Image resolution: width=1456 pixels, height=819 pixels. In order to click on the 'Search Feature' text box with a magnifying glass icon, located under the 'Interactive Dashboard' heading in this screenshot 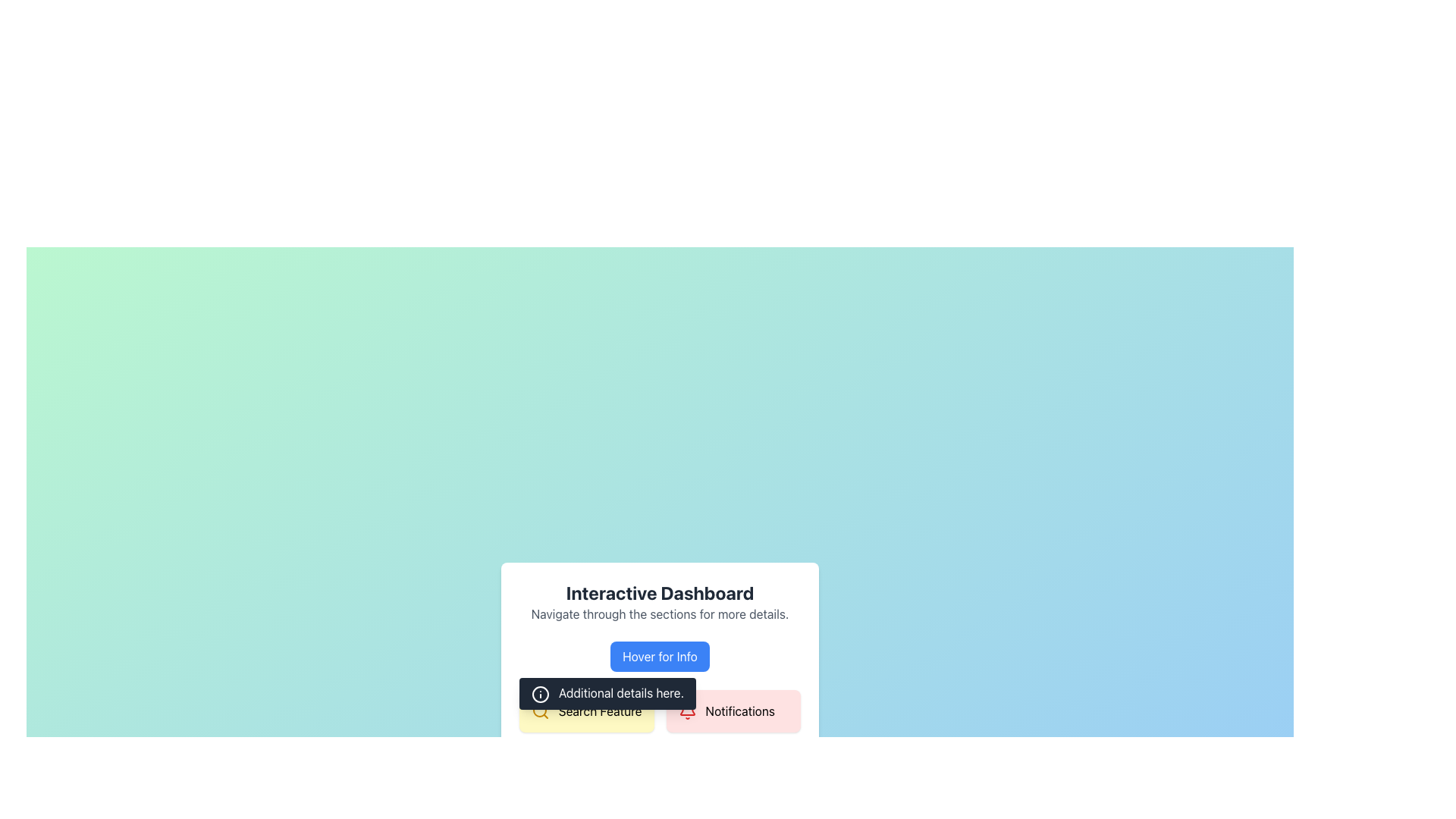, I will do `click(585, 711)`.